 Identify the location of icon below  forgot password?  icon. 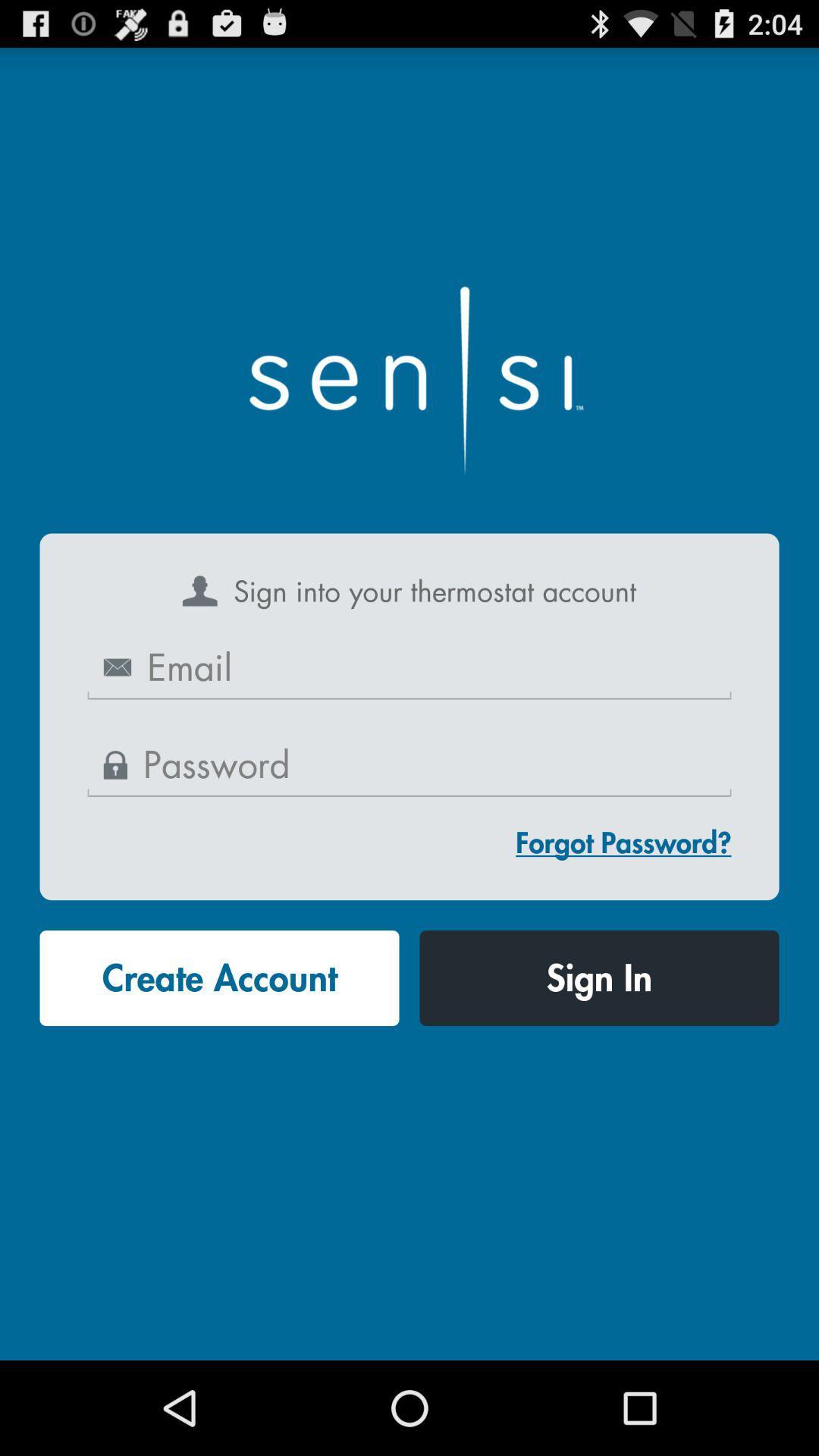
(598, 978).